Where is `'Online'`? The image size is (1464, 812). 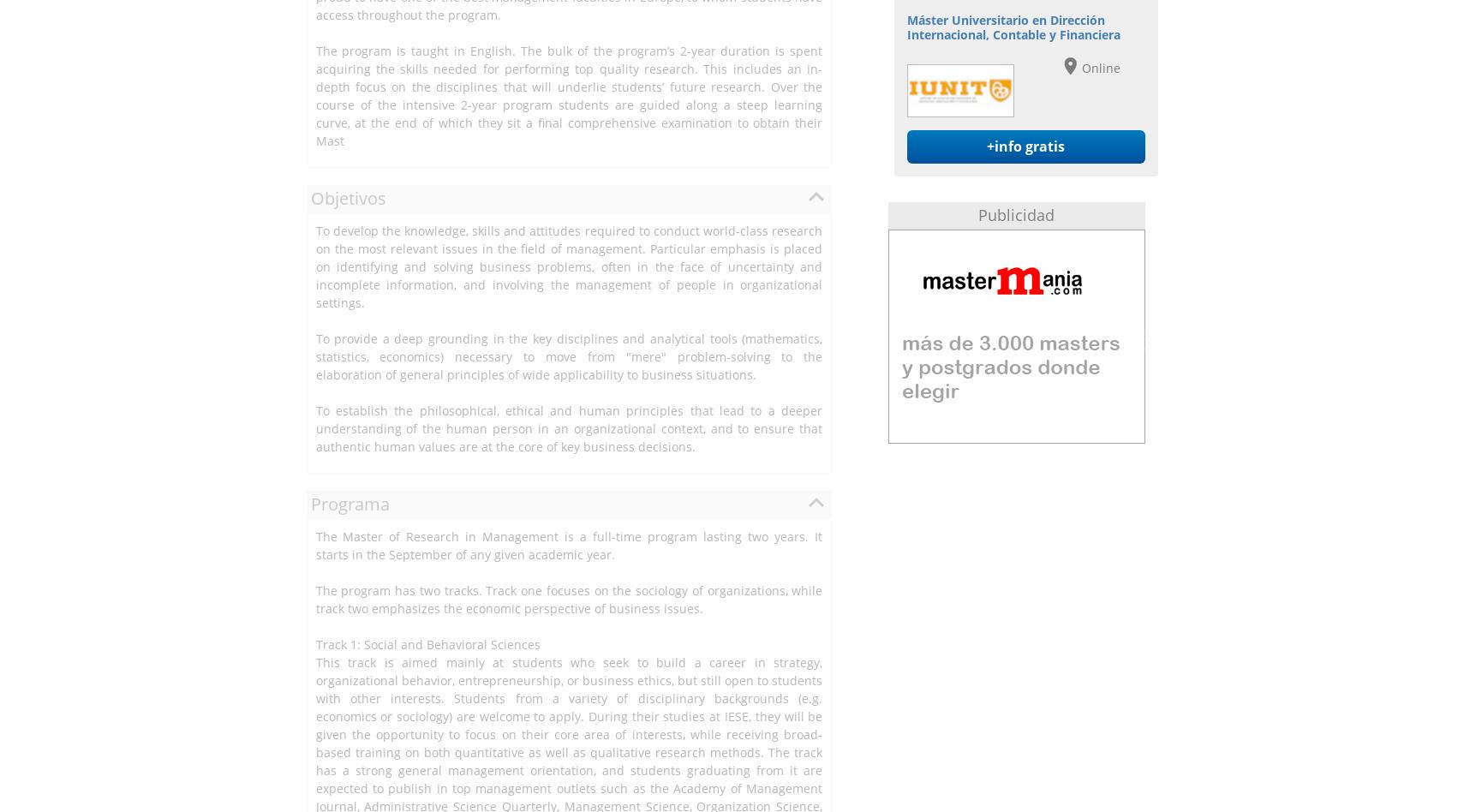
'Online' is located at coordinates (1100, 67).